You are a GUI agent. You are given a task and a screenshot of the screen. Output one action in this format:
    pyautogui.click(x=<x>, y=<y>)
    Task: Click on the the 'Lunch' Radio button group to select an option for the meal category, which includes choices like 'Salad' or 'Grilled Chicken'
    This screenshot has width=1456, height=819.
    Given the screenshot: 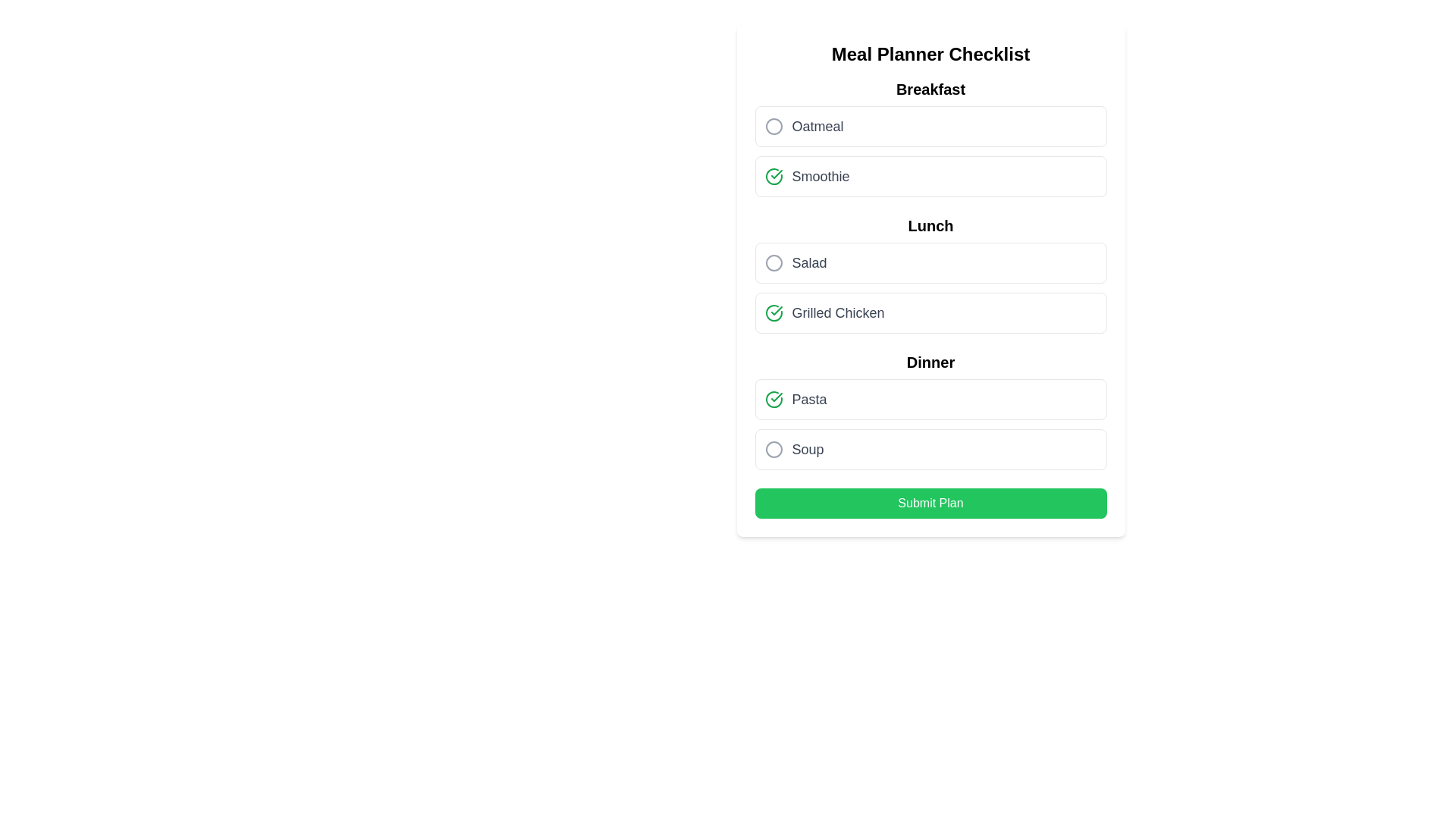 What is the action you would take?
    pyautogui.click(x=930, y=275)
    